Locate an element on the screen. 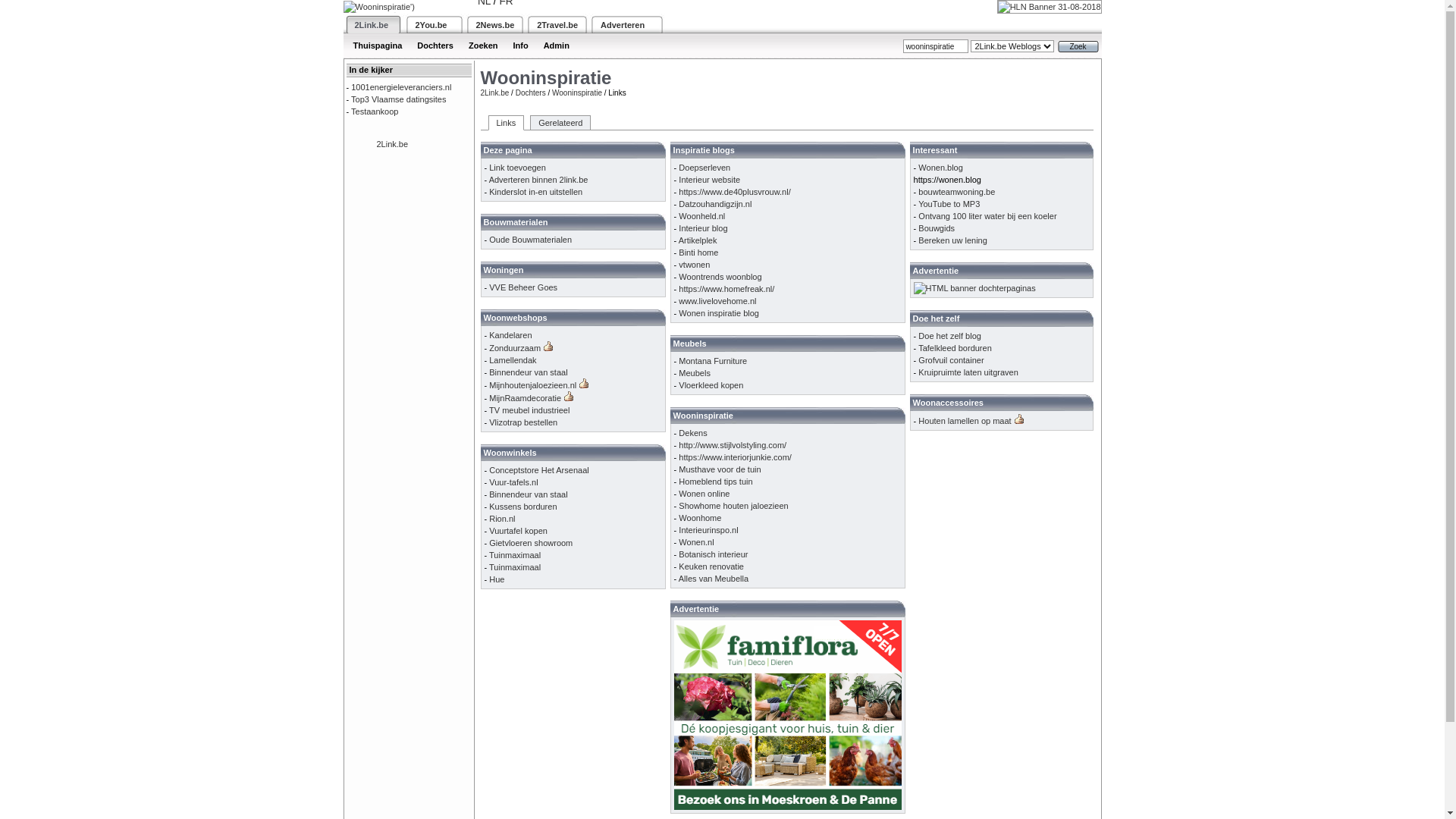  'Tafelkleed borduren' is located at coordinates (954, 348).